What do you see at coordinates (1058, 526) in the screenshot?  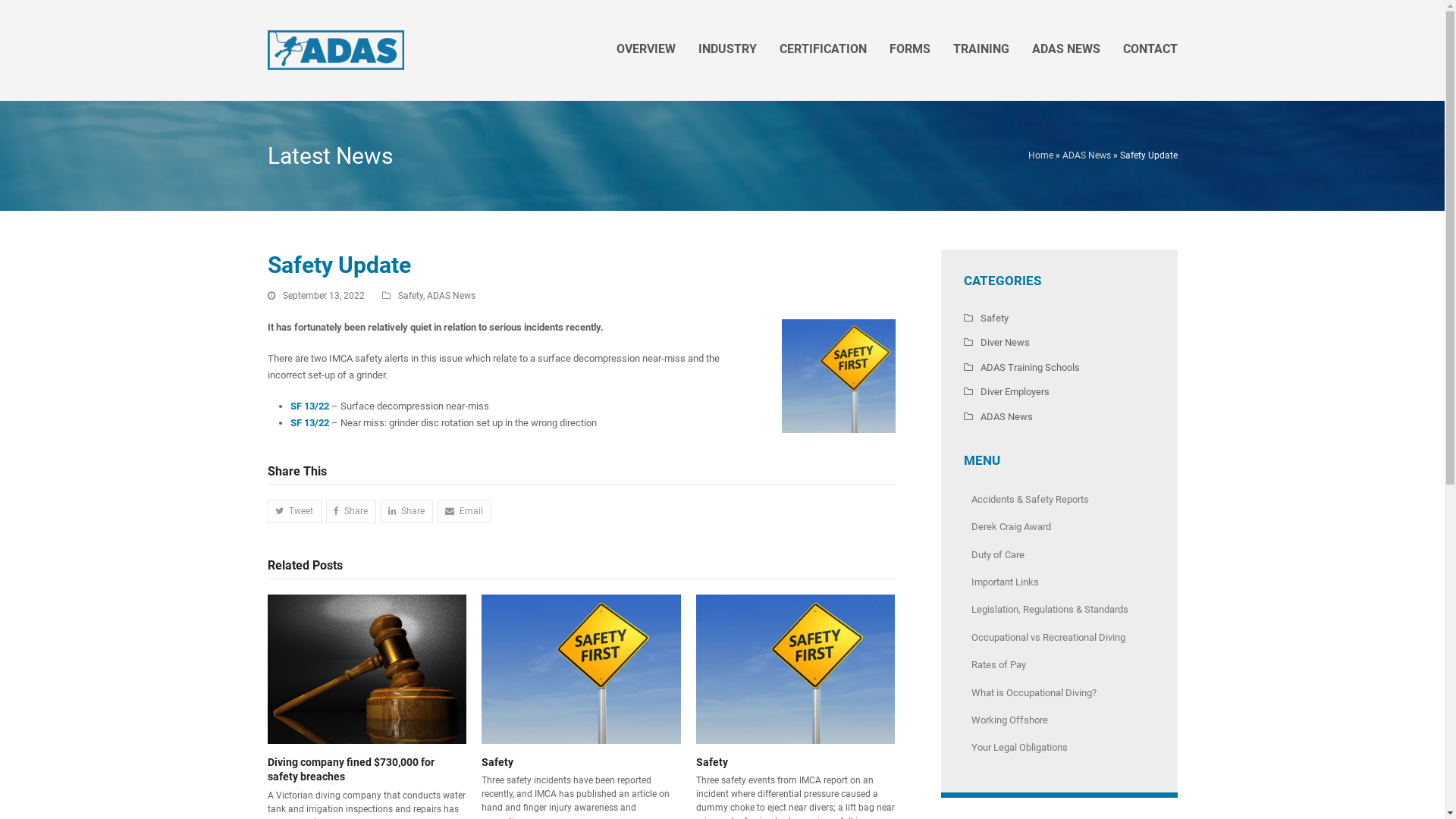 I see `'Derek Craig Award'` at bounding box center [1058, 526].